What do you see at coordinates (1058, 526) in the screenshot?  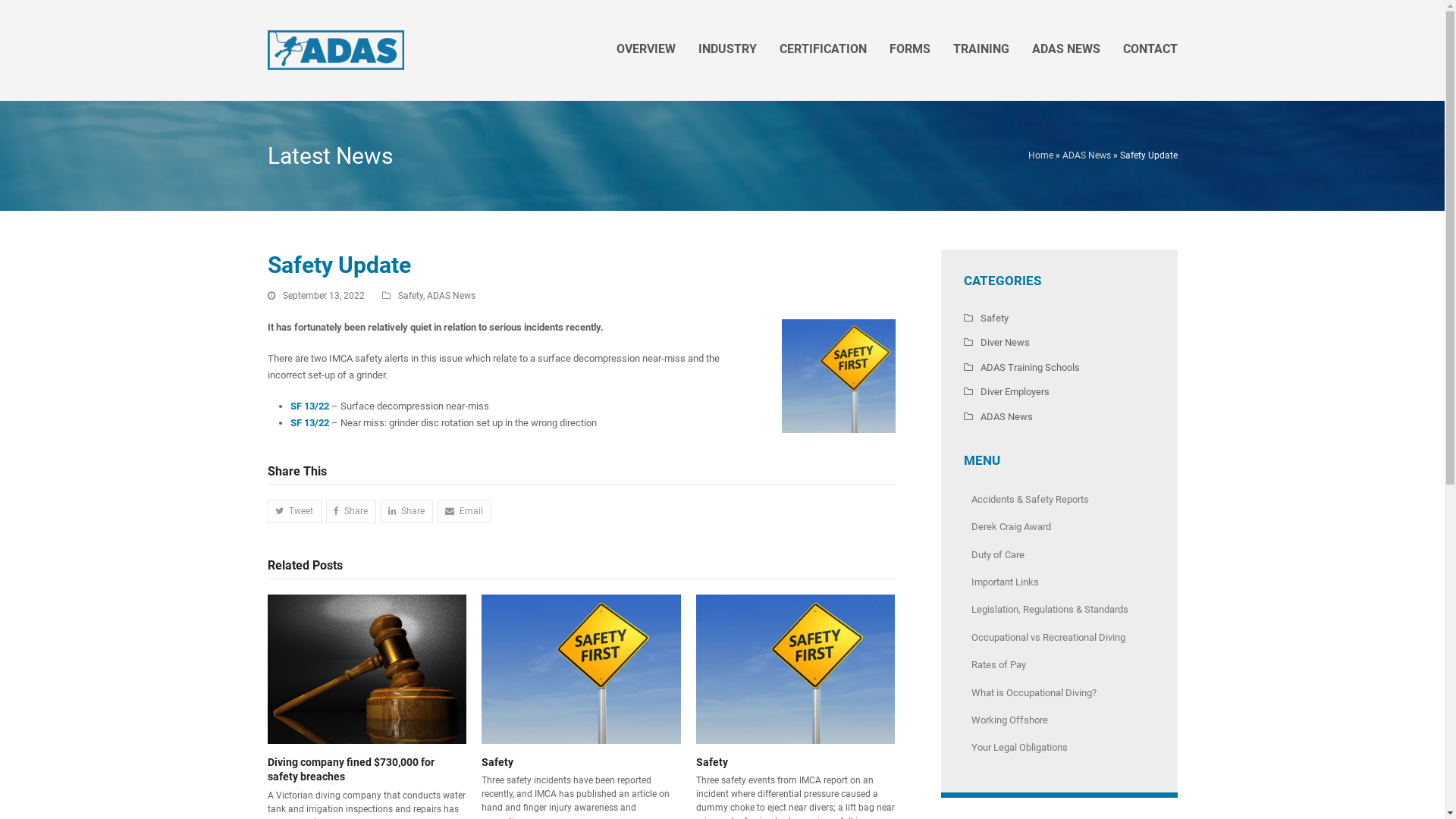 I see `'Derek Craig Award'` at bounding box center [1058, 526].